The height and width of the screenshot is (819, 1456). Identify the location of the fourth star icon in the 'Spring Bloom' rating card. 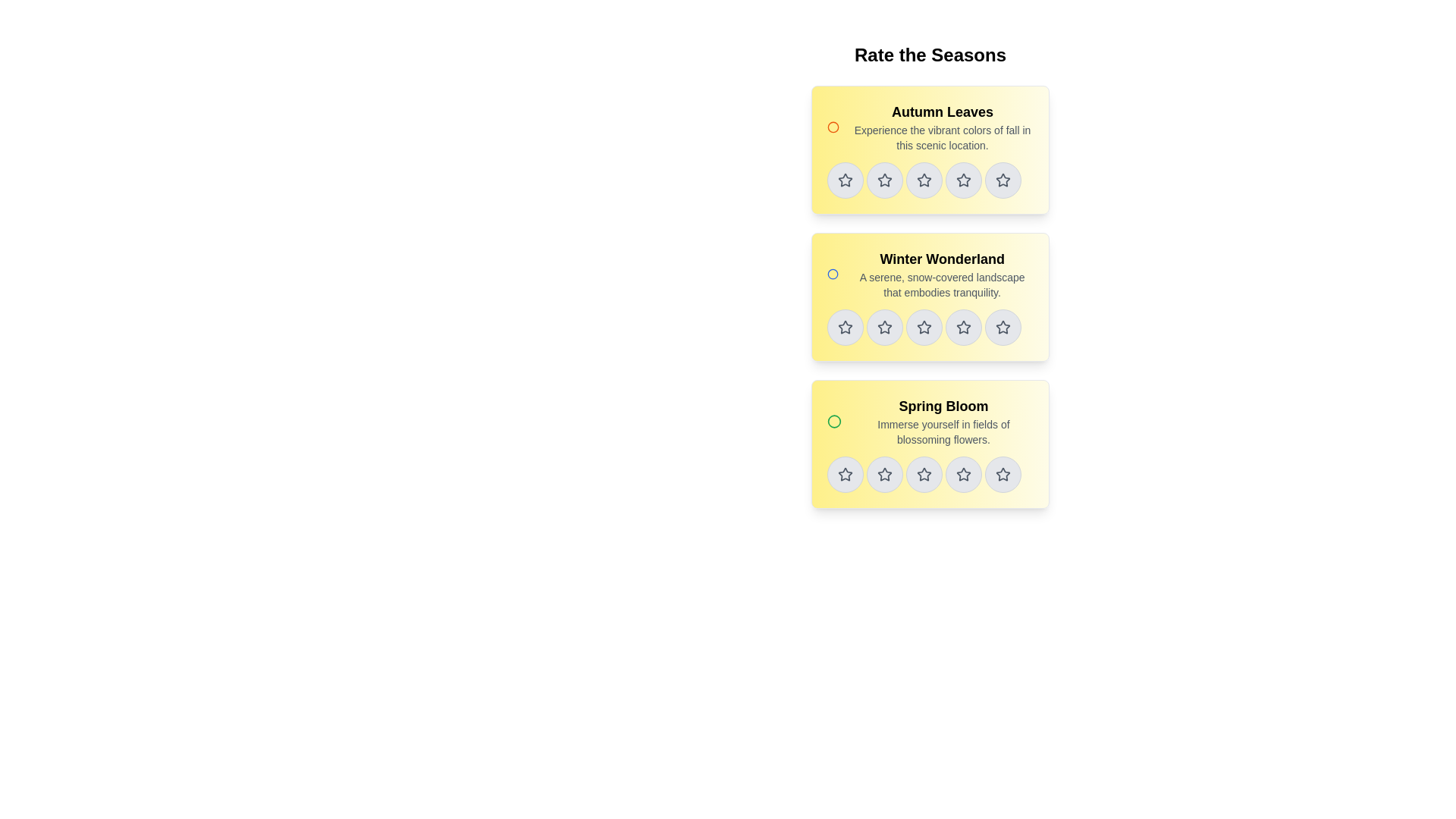
(923, 472).